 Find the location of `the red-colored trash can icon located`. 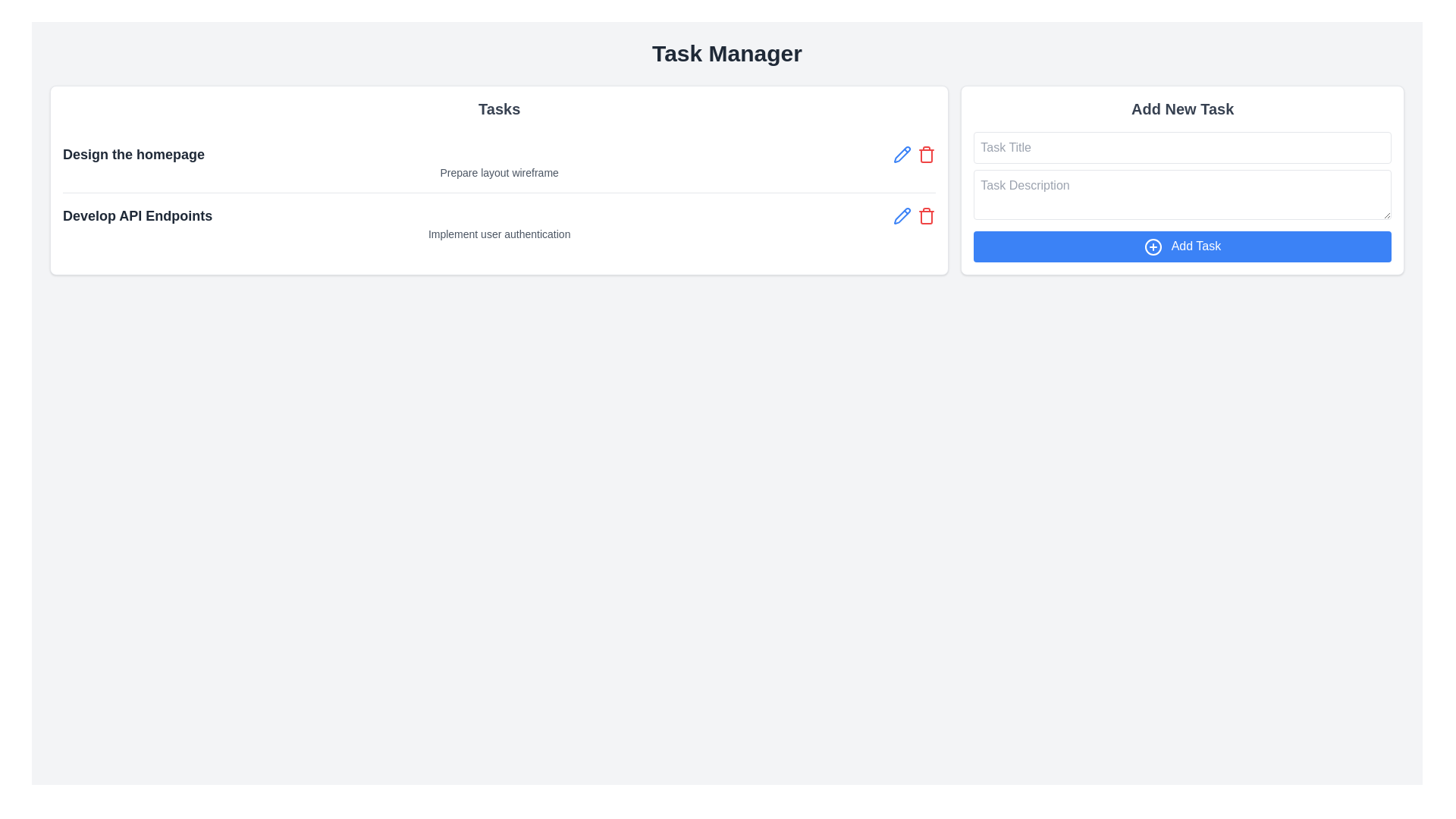

the red-colored trash can icon located is located at coordinates (926, 216).